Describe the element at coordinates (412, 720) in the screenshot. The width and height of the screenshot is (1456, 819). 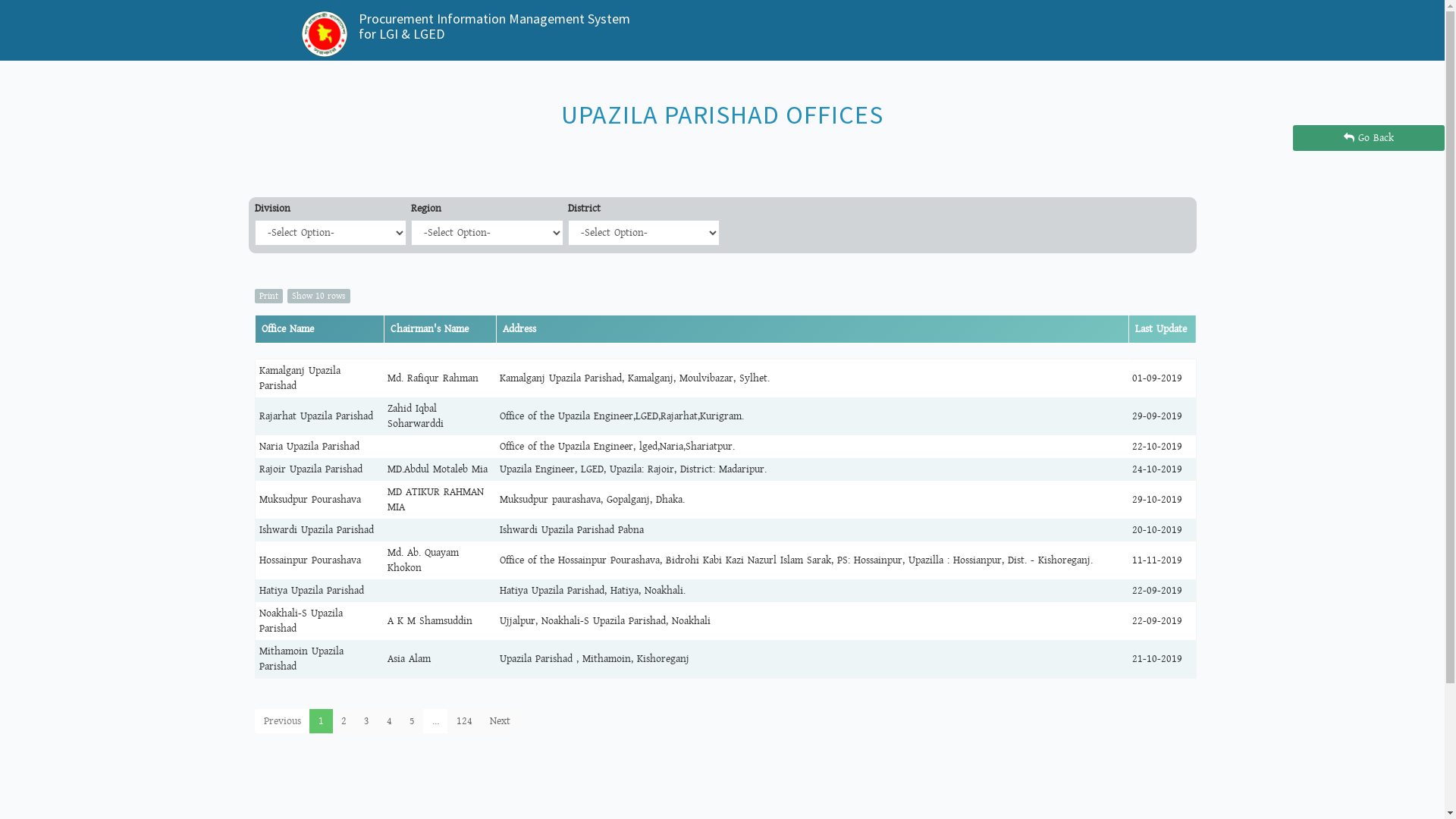
I see `'5'` at that location.